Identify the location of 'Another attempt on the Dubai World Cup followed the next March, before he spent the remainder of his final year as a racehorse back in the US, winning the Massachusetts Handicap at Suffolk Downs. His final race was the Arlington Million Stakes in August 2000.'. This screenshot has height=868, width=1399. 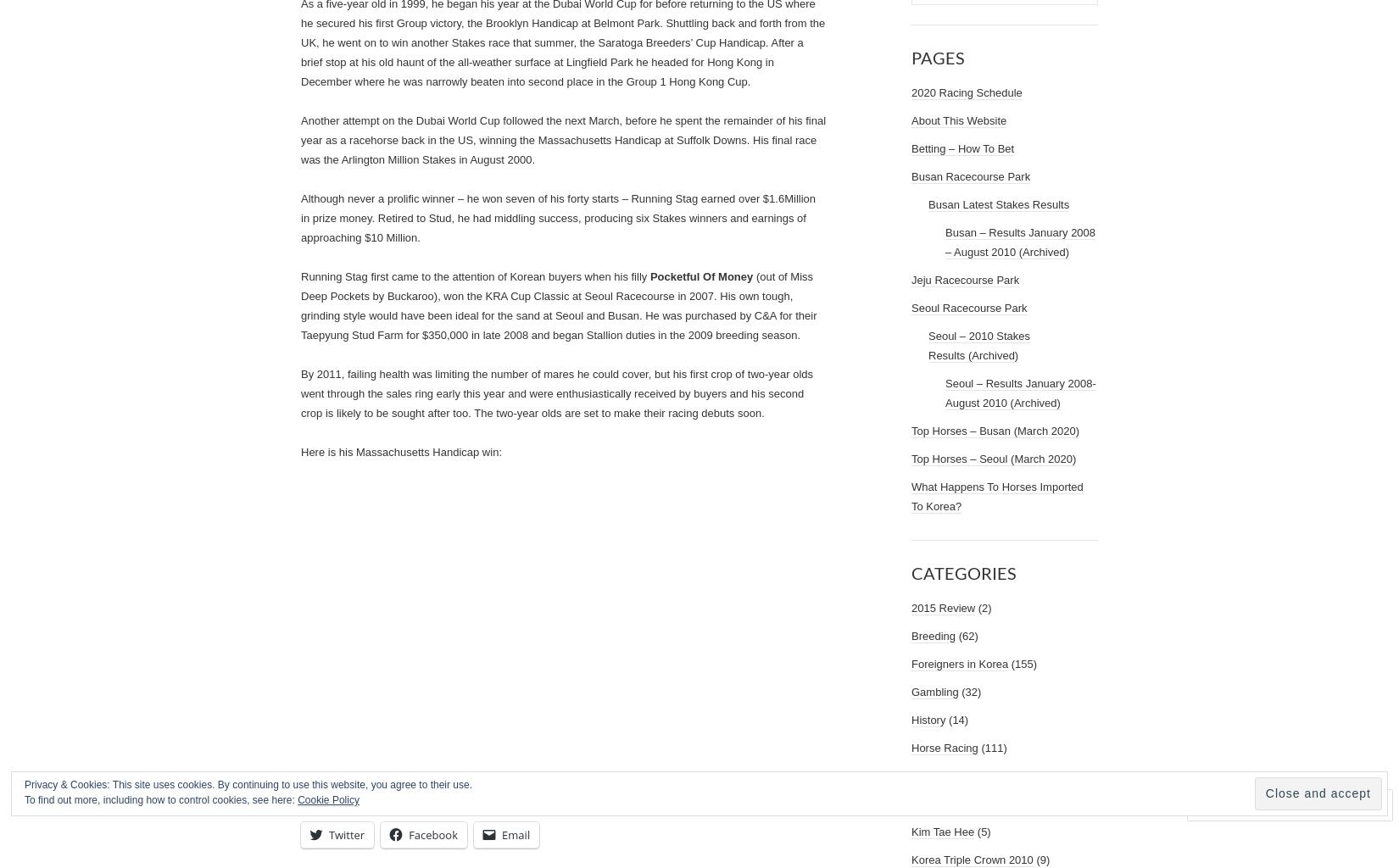
(301, 139).